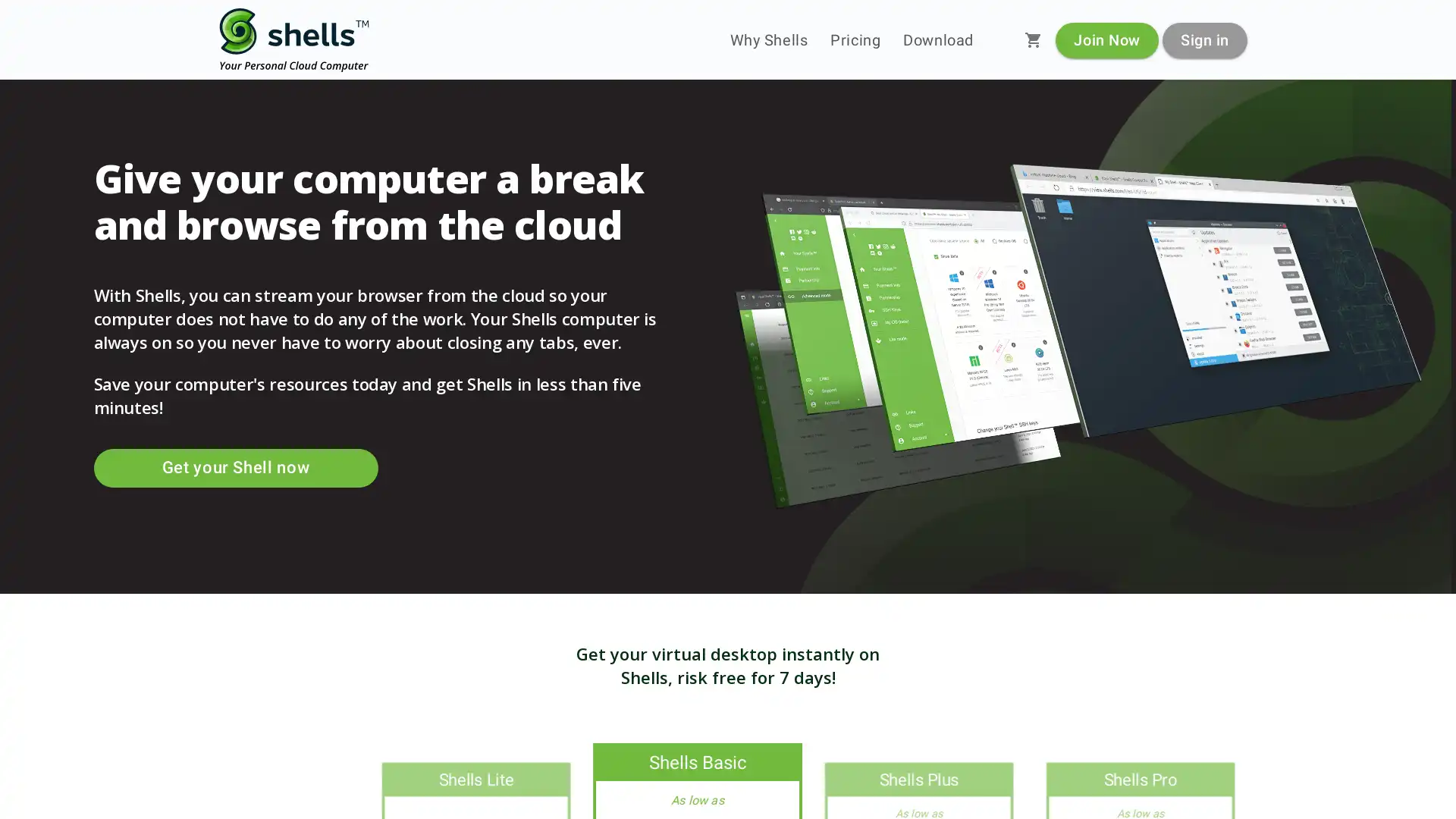 This screenshot has height=819, width=1456. What do you see at coordinates (294, 39) in the screenshot?
I see `Shells Logo` at bounding box center [294, 39].